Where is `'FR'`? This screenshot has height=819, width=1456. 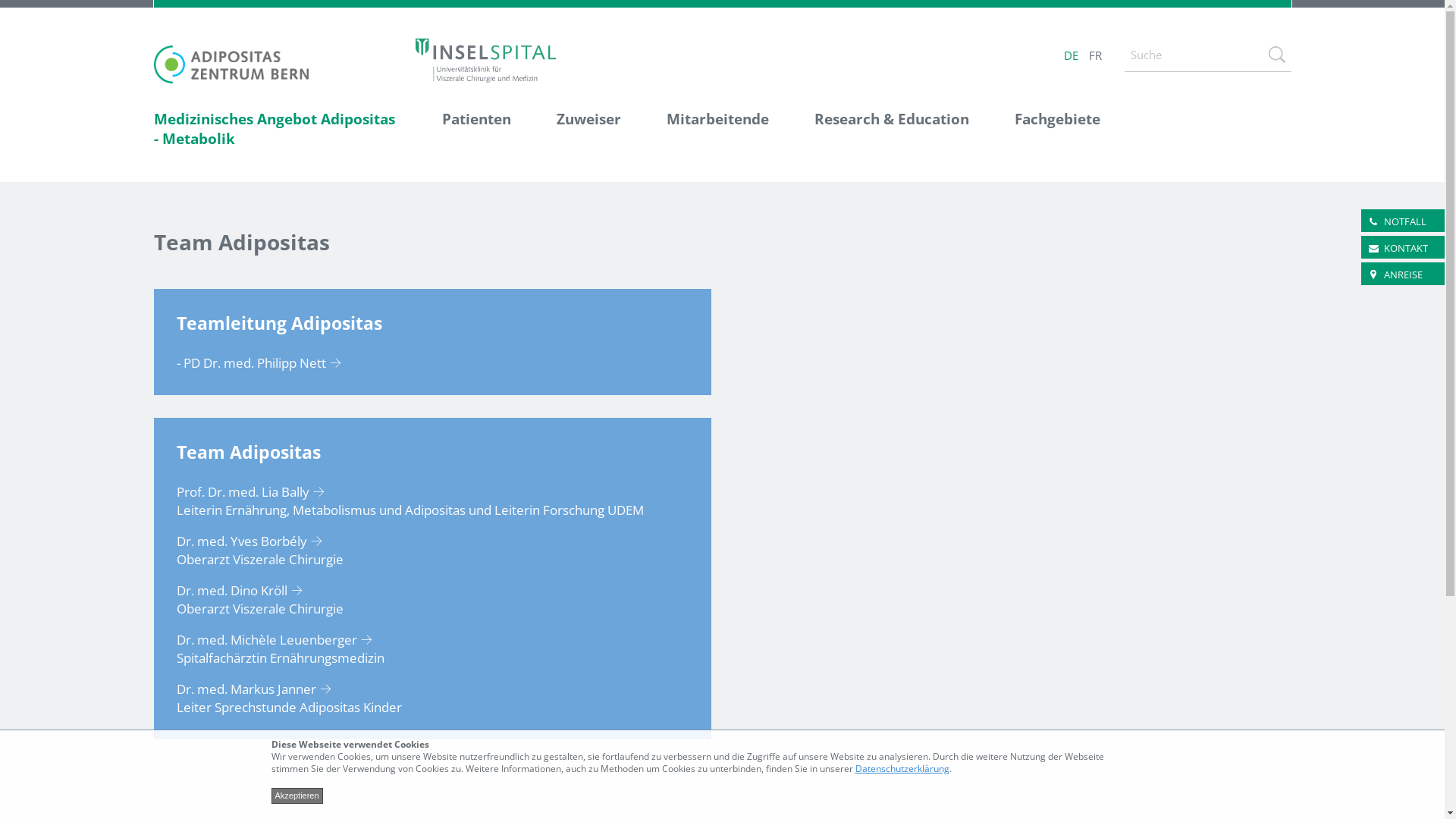
'FR' is located at coordinates (1094, 55).